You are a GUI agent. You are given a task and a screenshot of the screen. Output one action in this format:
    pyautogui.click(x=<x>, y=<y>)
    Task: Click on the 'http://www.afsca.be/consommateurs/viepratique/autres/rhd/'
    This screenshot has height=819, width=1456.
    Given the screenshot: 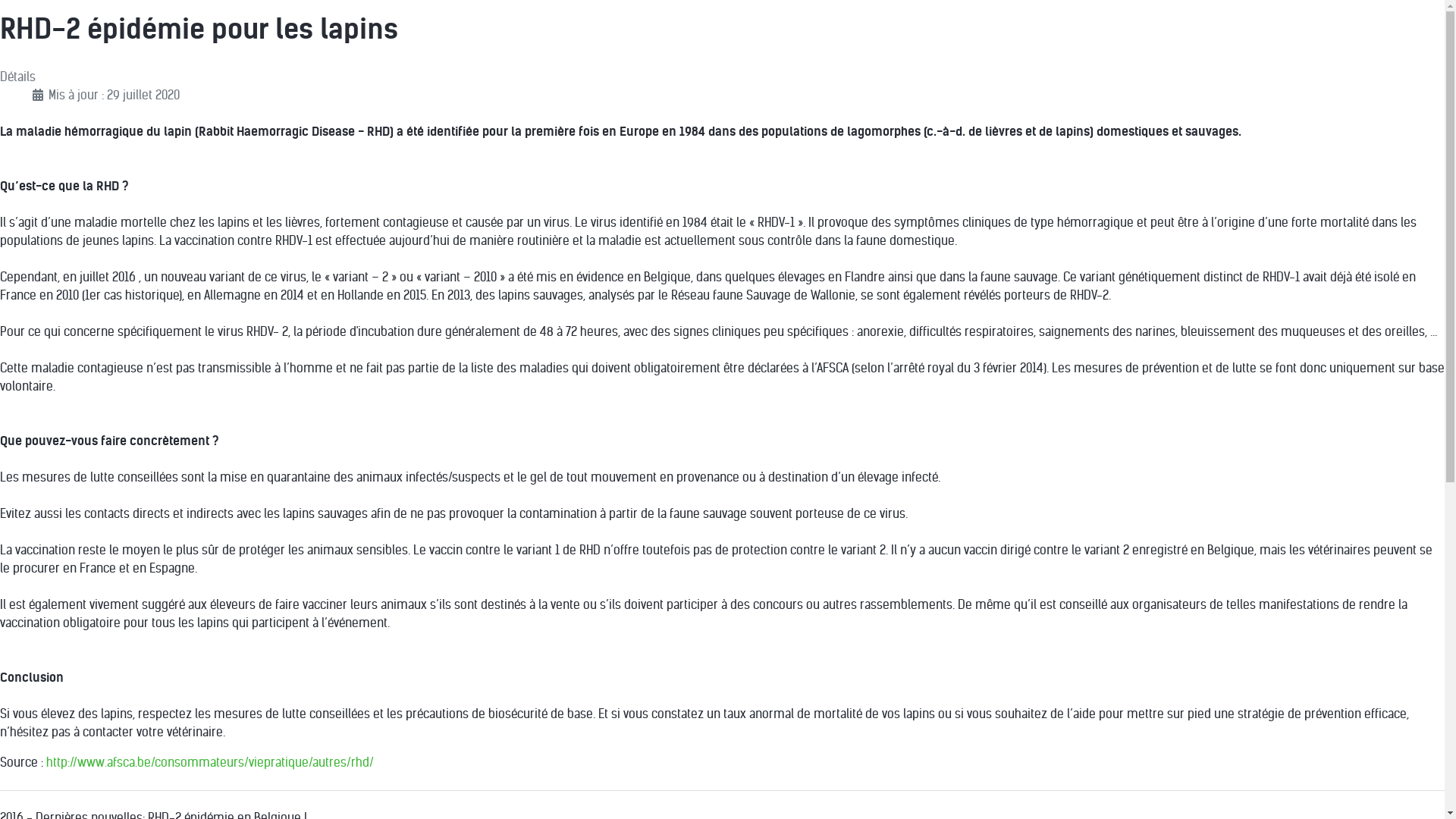 What is the action you would take?
    pyautogui.click(x=209, y=762)
    